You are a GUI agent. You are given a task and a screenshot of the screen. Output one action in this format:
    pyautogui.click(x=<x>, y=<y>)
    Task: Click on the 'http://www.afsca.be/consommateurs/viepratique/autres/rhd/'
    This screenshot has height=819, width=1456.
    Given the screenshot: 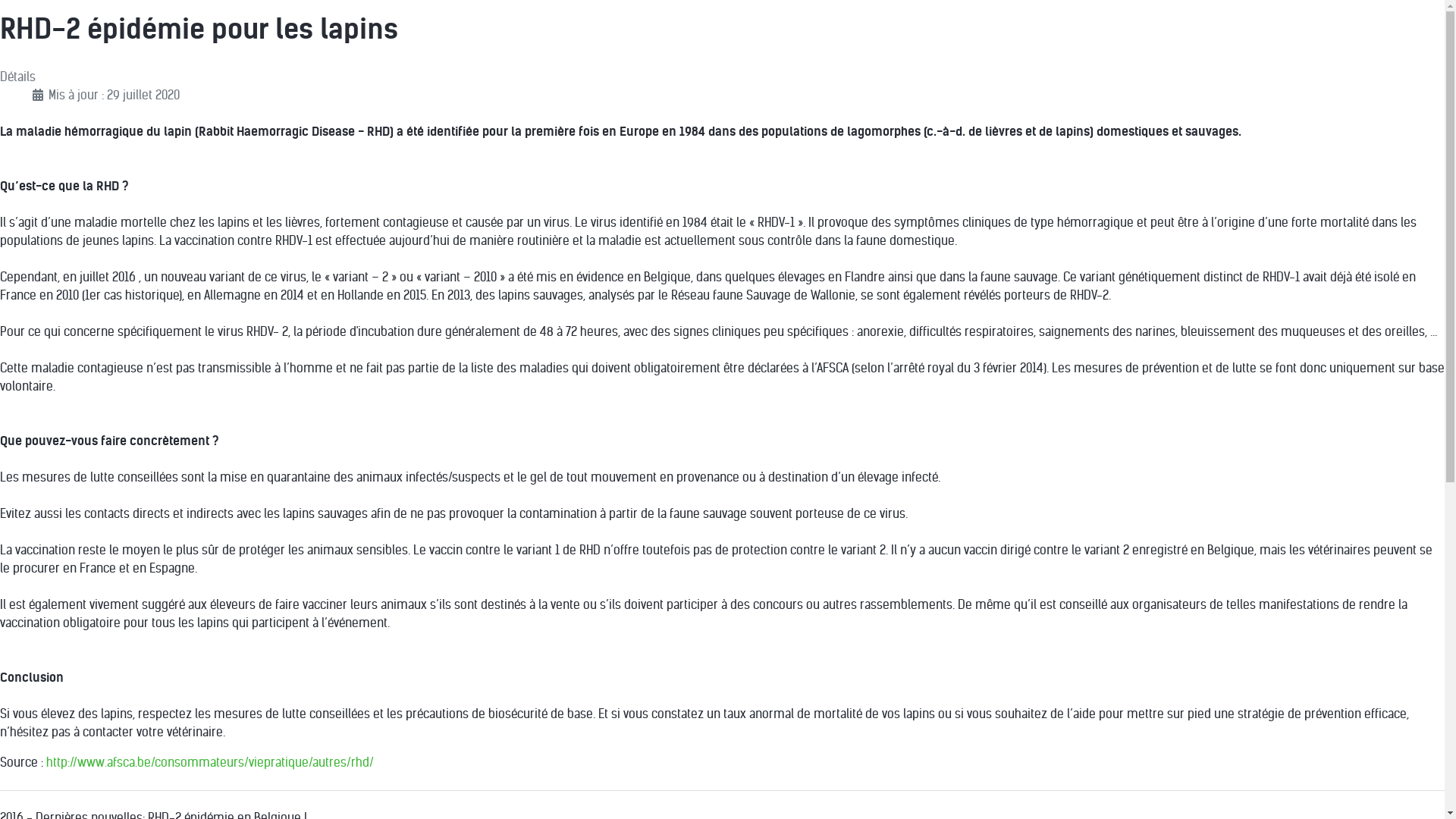 What is the action you would take?
    pyautogui.click(x=209, y=762)
    